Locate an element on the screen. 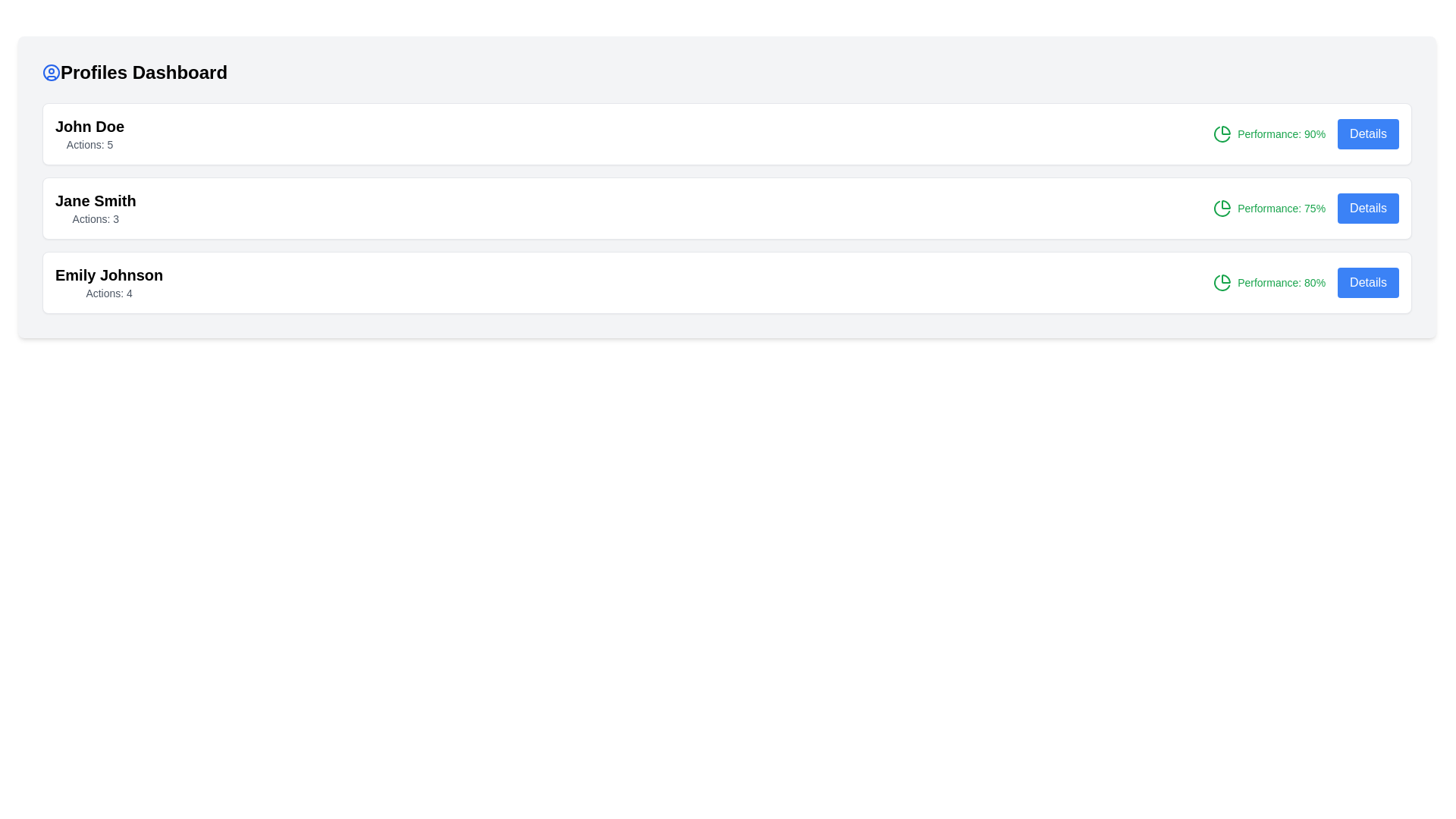  the text label displaying 'Actions: 3', which is located below the bold 'Jane Smith' text in a vertically arranged list is located at coordinates (95, 219).